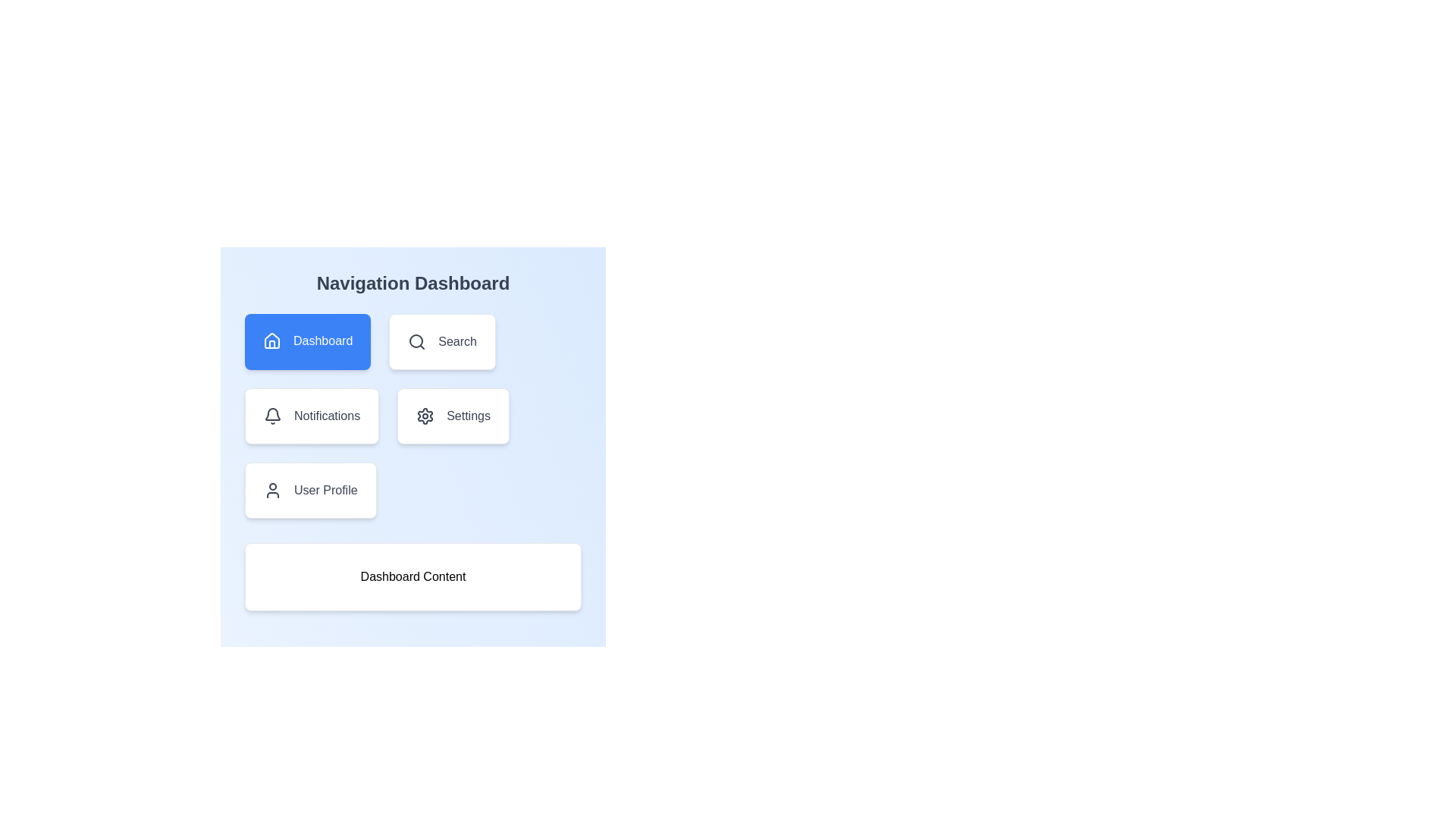 This screenshot has width=1456, height=819. What do you see at coordinates (307, 342) in the screenshot?
I see `the blue 'Dashboard' button located in the top-left quadrant of the interface` at bounding box center [307, 342].